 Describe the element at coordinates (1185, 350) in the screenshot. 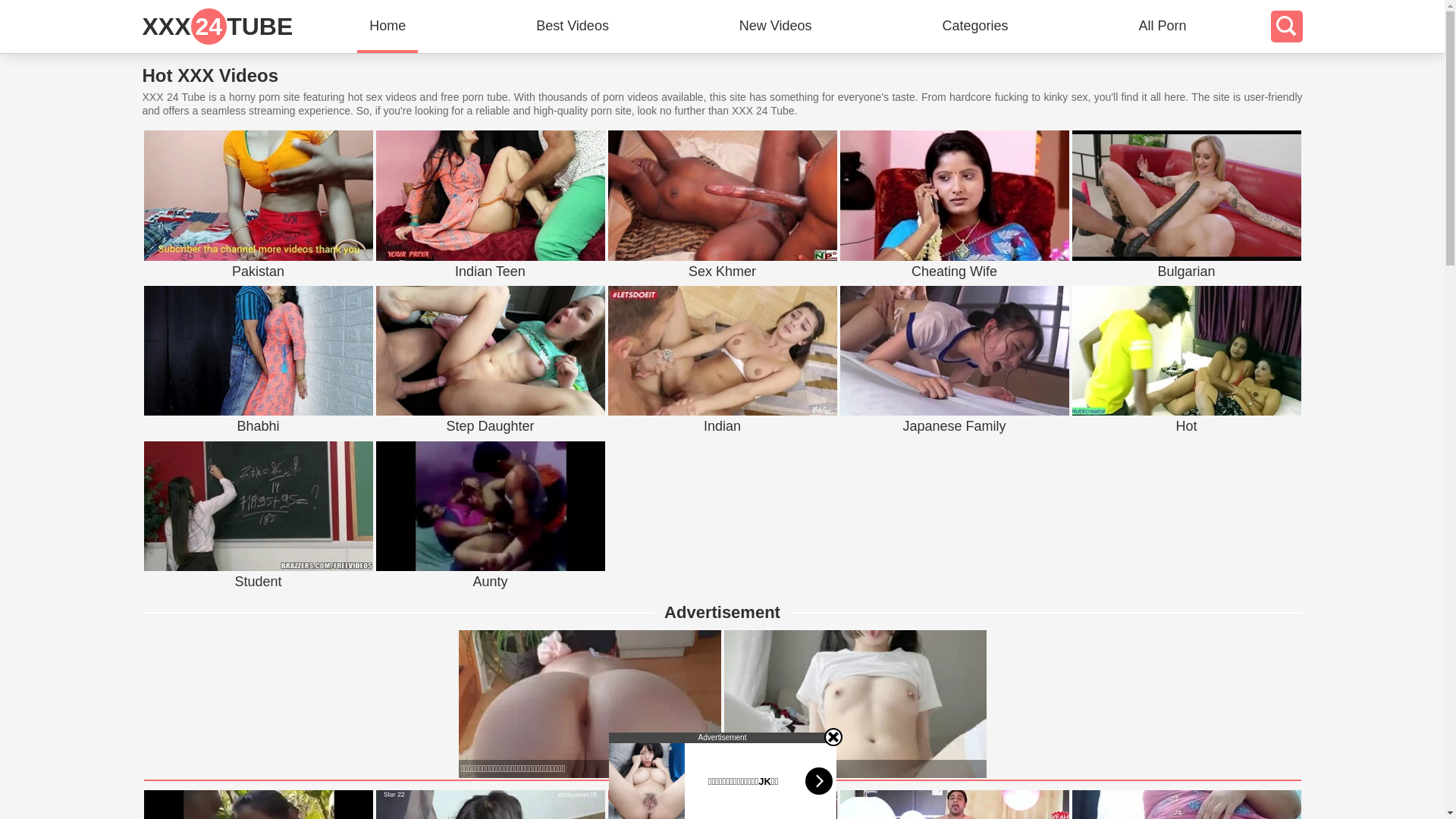

I see `'Hot'` at that location.